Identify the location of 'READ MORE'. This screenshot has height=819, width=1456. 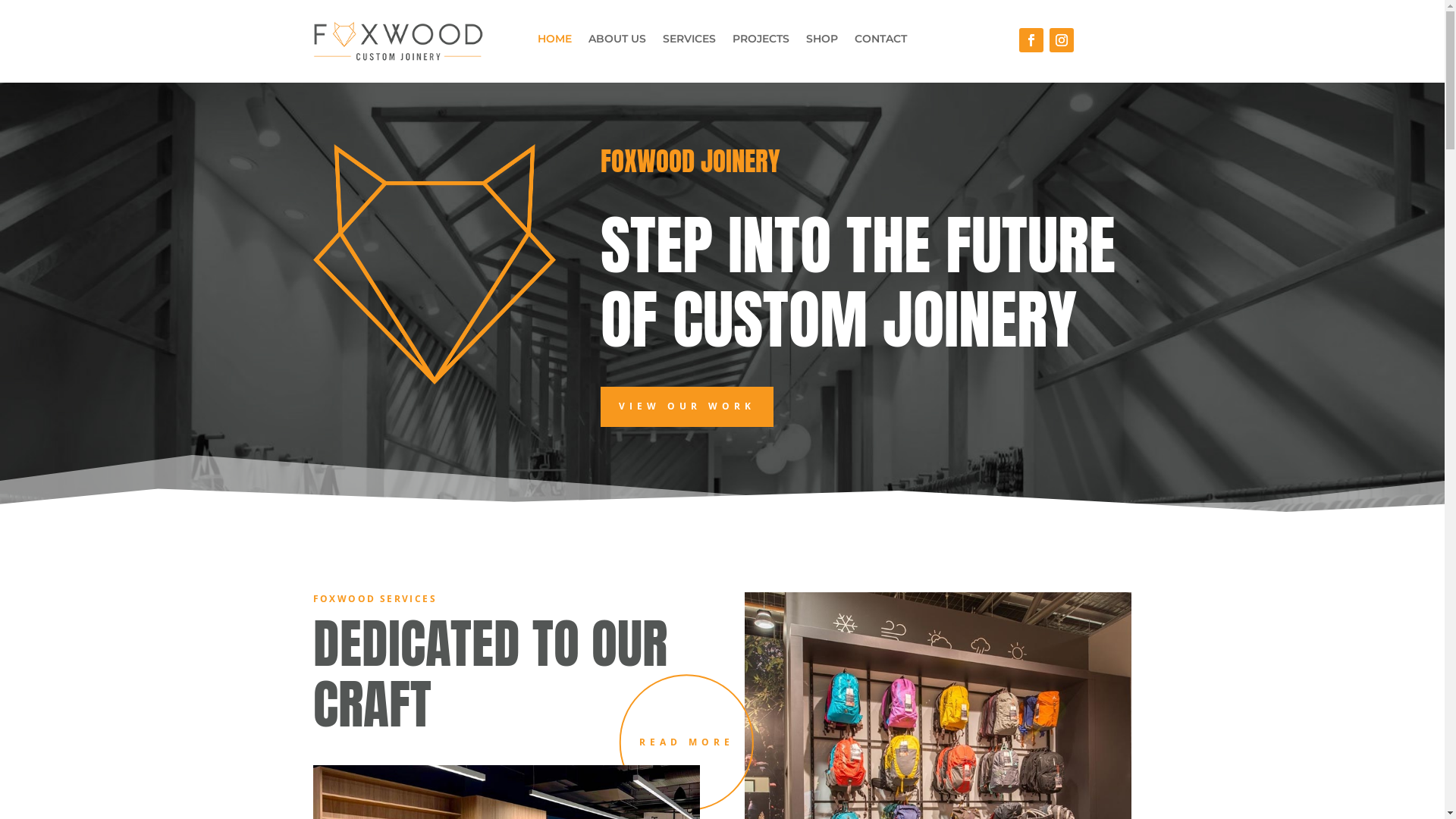
(686, 742).